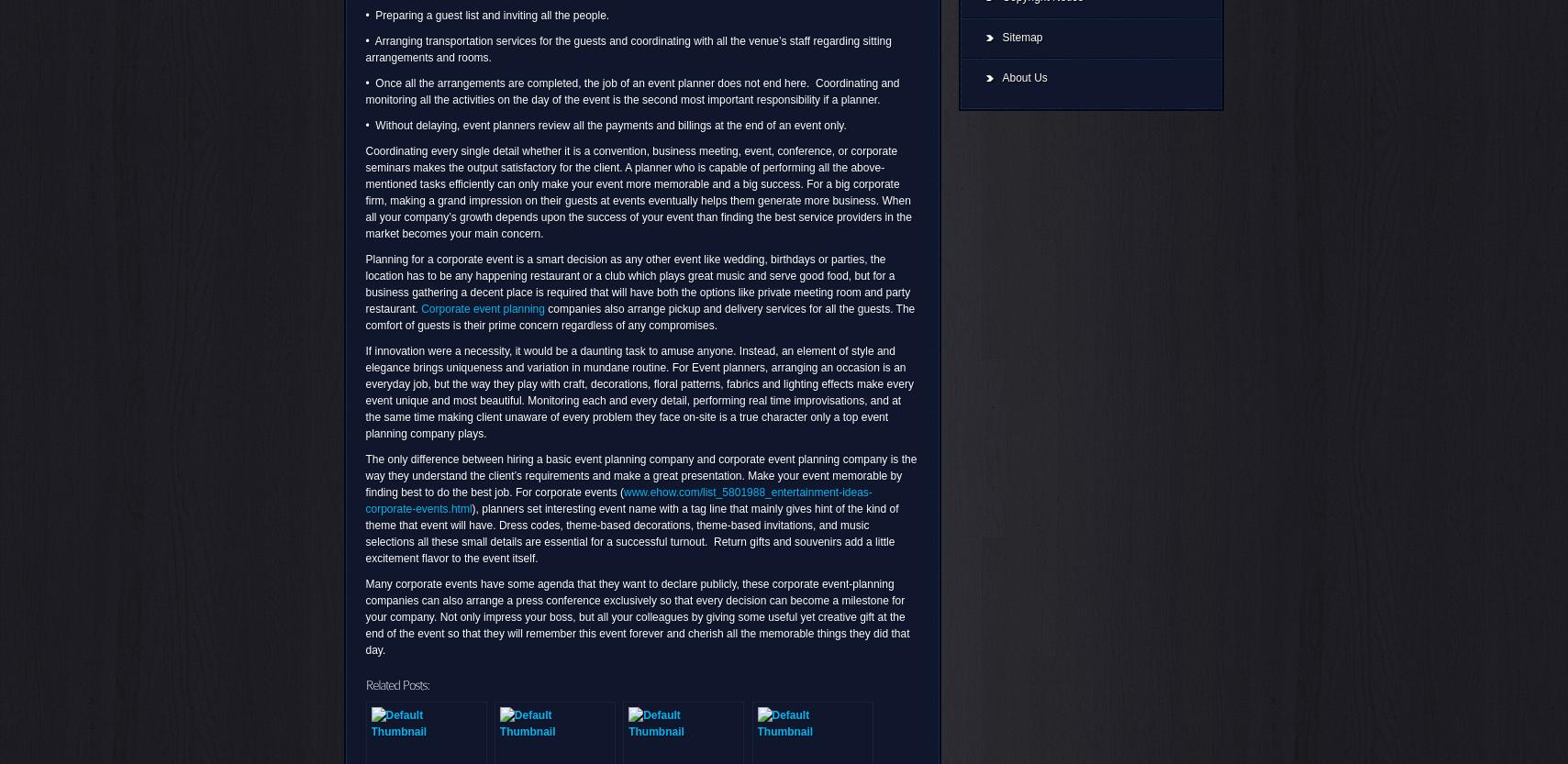 This screenshot has height=764, width=1568. What do you see at coordinates (617, 500) in the screenshot?
I see `'www.ehow.com/list_5801988_entertainment-ideas-corporate-events.html'` at bounding box center [617, 500].